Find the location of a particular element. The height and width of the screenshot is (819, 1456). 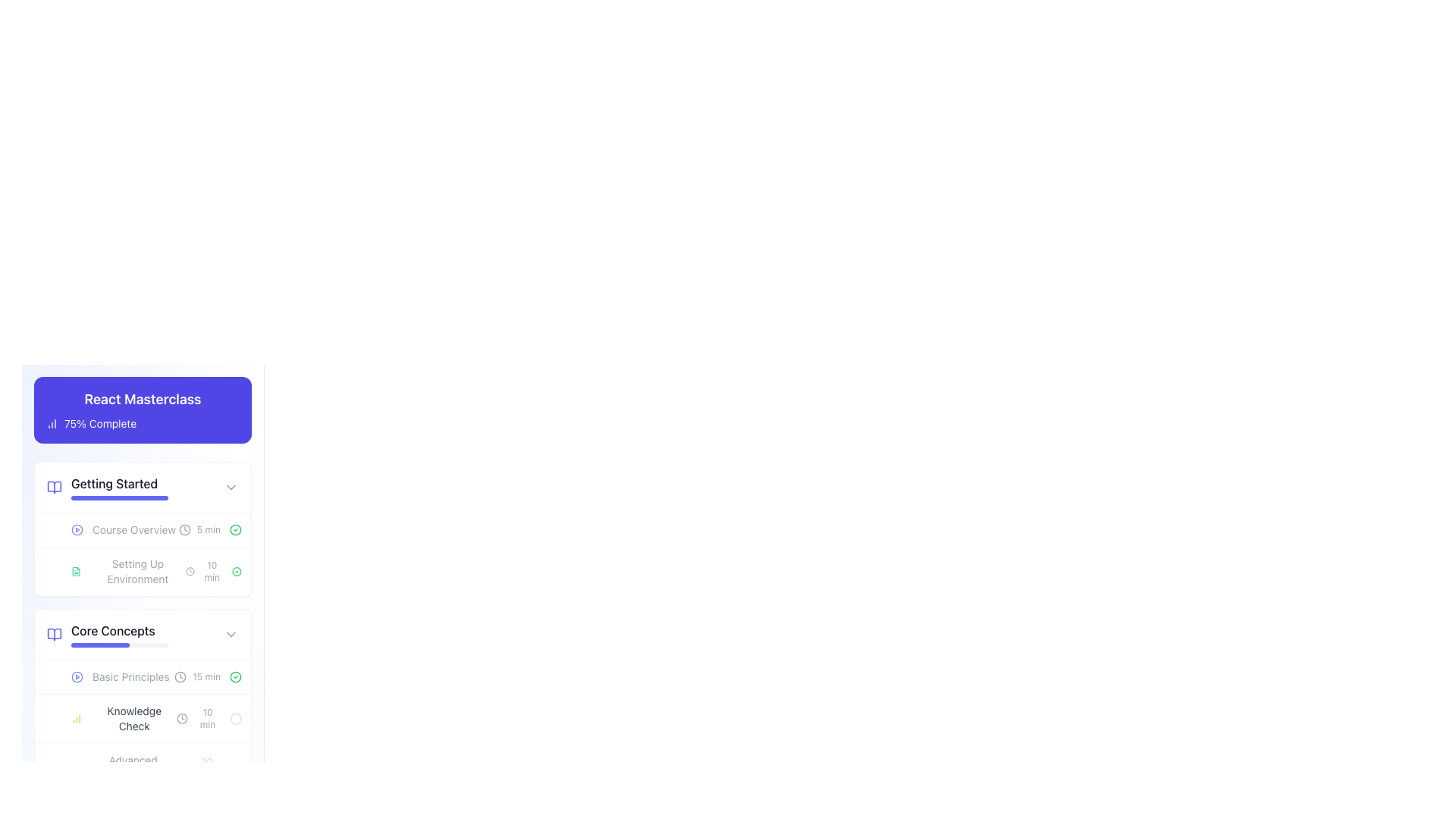

text label that reads 'React Masterclass', which is styled in bold white font on a purple background, located in the top-left section of the content is located at coordinates (143, 399).